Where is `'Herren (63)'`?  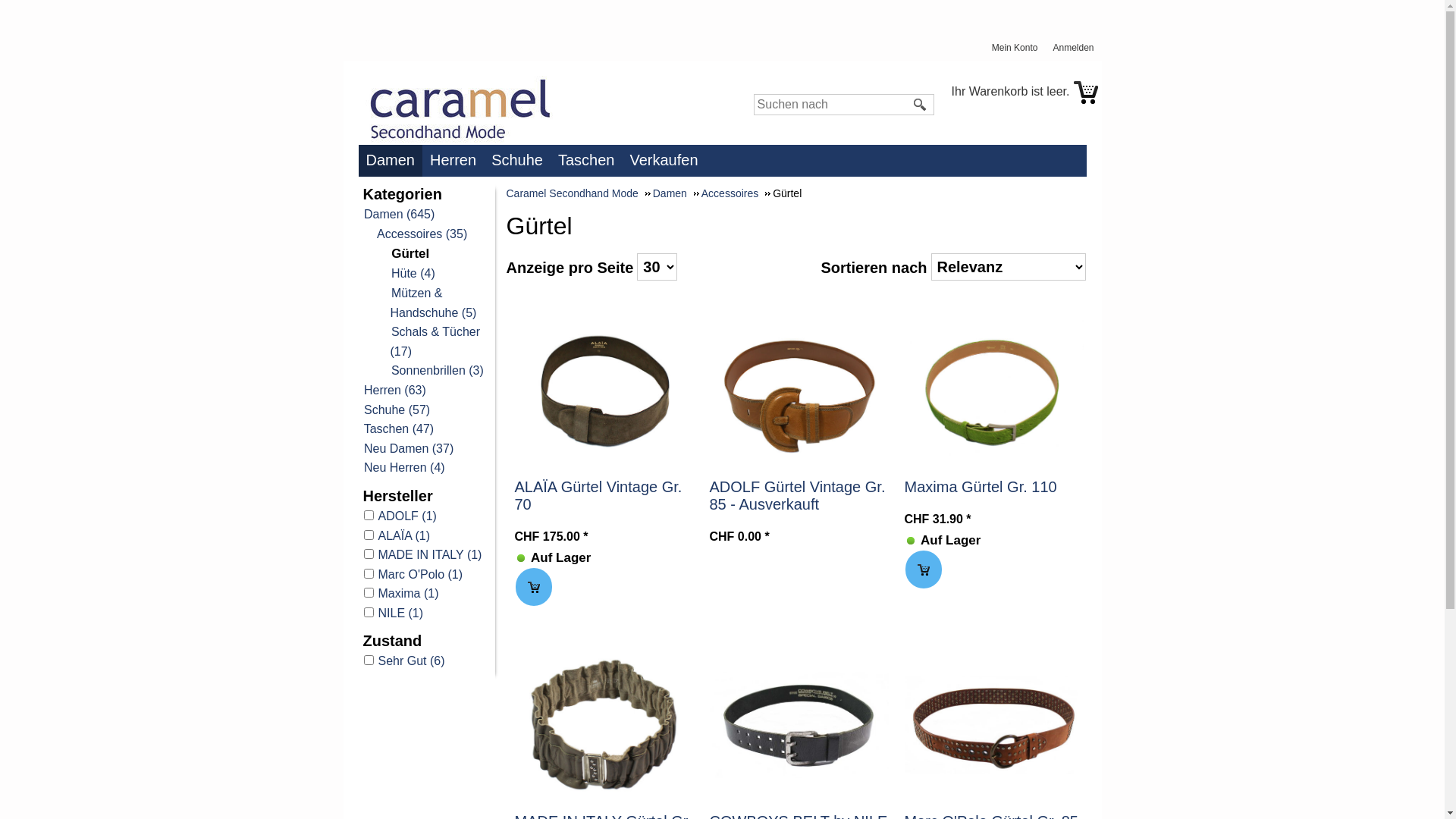 'Herren (63)' is located at coordinates (394, 389).